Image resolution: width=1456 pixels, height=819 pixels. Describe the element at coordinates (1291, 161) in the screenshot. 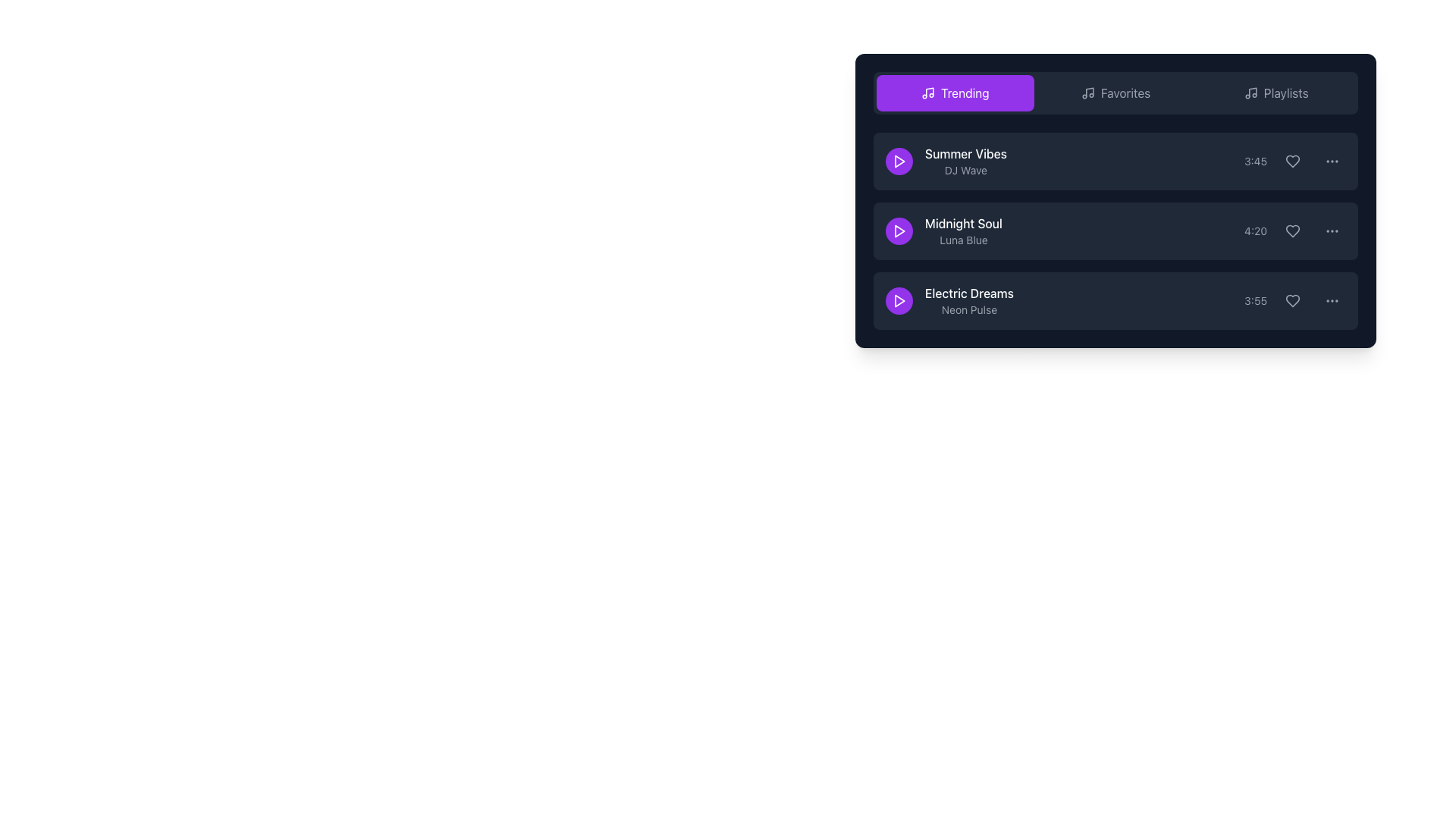

I see `the favorite button located to the right of the time display '3:45' for accessibility navigation` at that location.